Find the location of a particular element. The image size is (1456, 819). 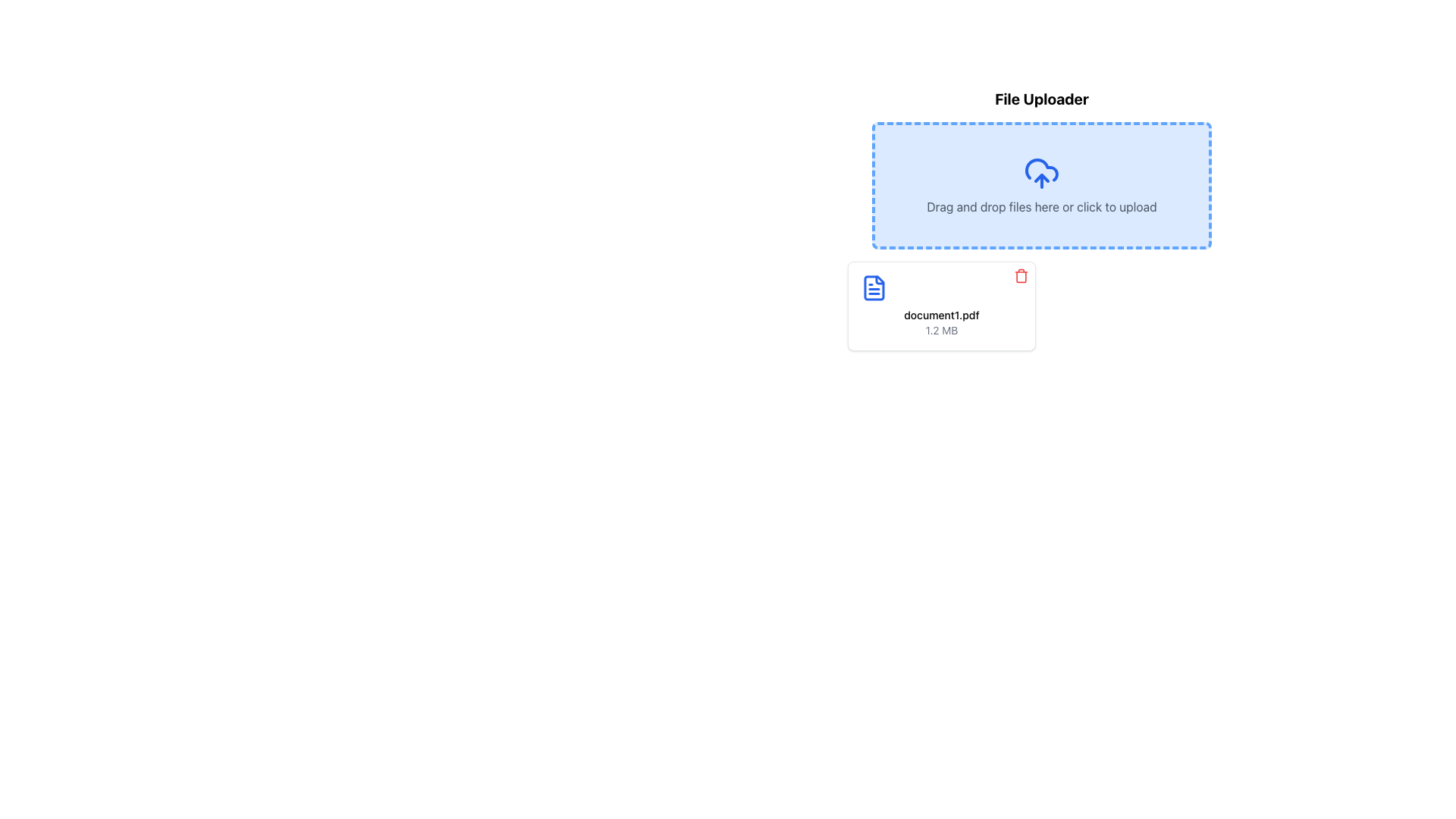

the blue file icon styled as an outlined document, which is located above the text 'document1.pdf' and '1.2 MB' within a white rectangular card is located at coordinates (874, 288).